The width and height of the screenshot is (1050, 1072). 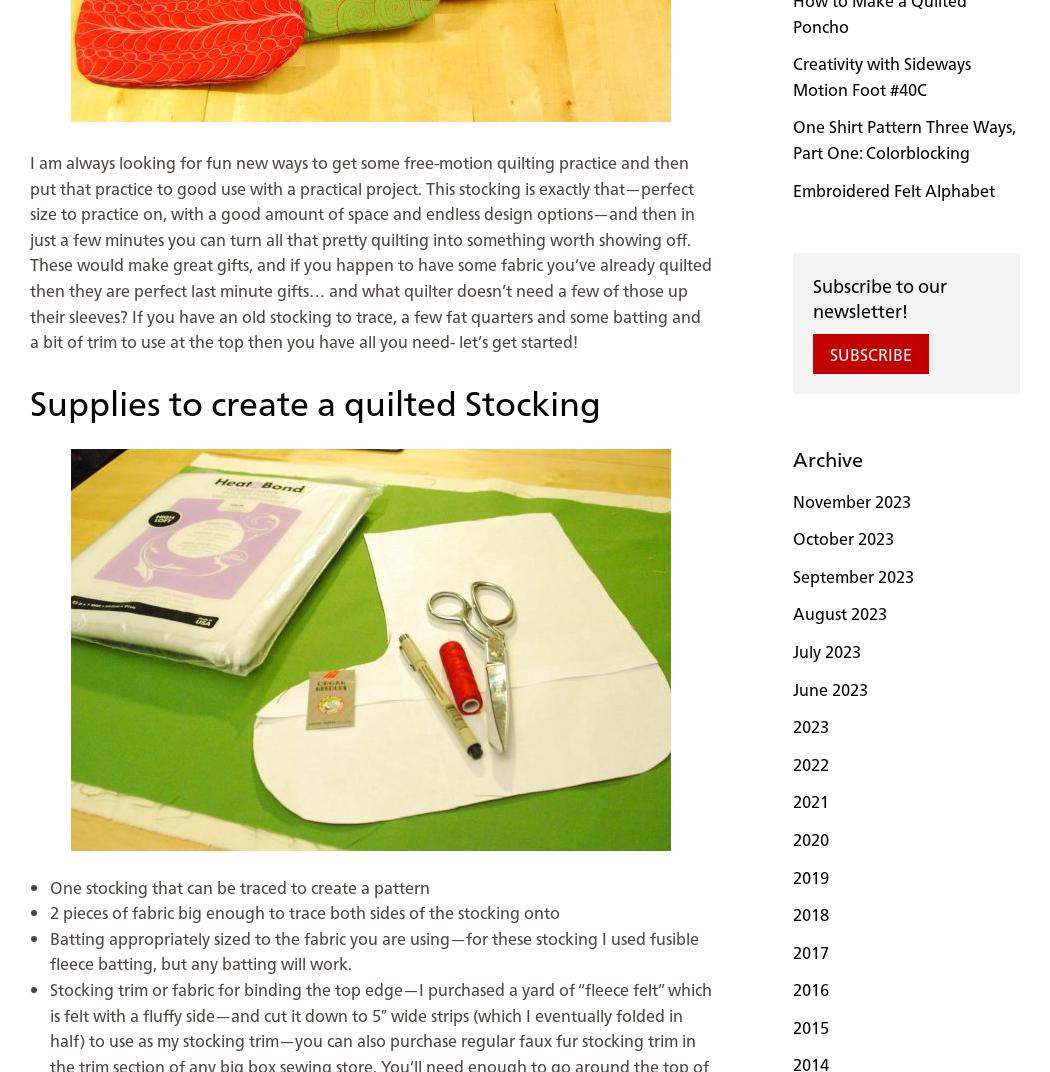 I want to click on 'Our Experts', so click(x=283, y=1004).